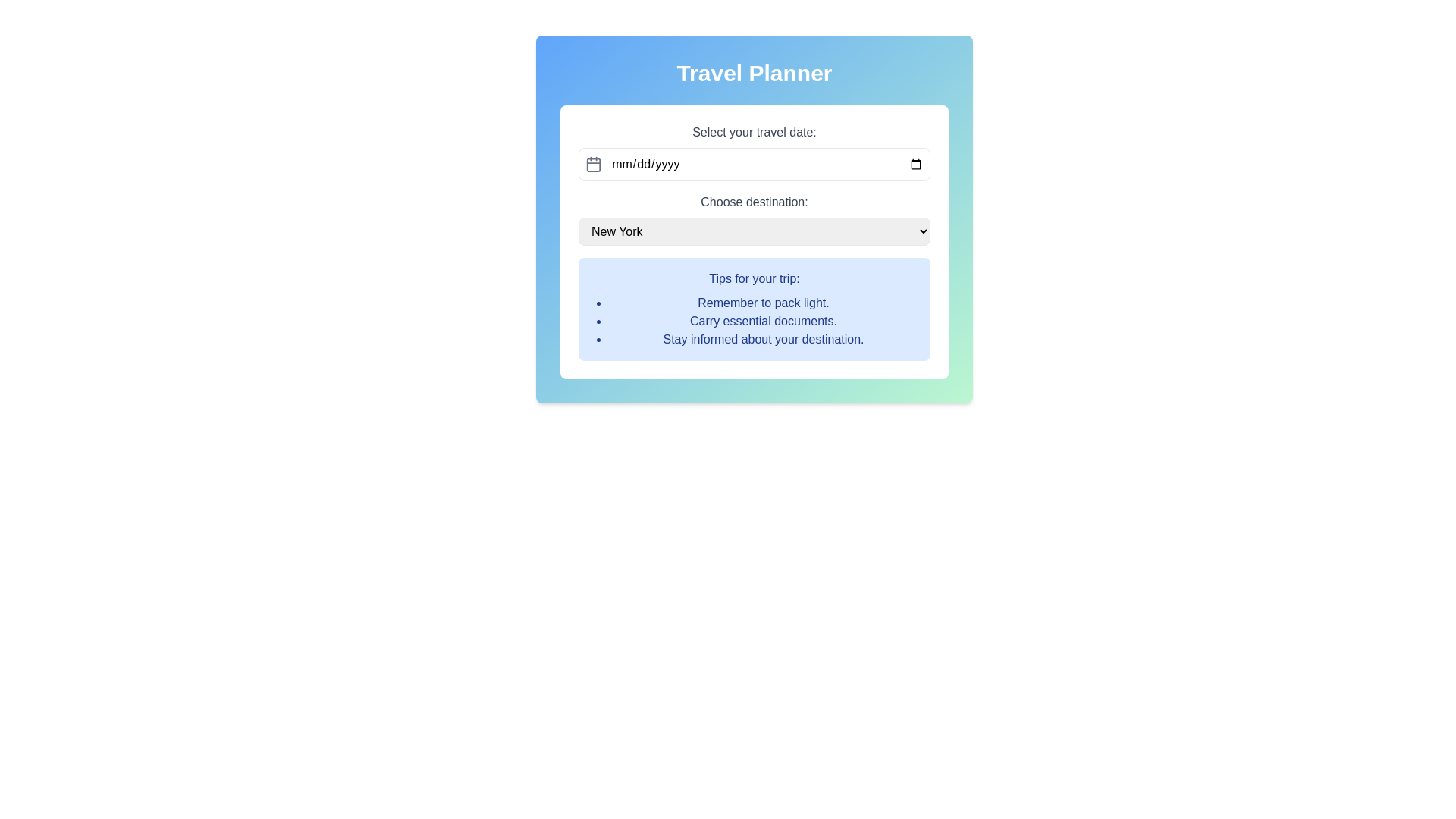 This screenshot has width=1456, height=819. What do you see at coordinates (767, 164) in the screenshot?
I see `the Date Input Field in the 'Select your travel date' section` at bounding box center [767, 164].